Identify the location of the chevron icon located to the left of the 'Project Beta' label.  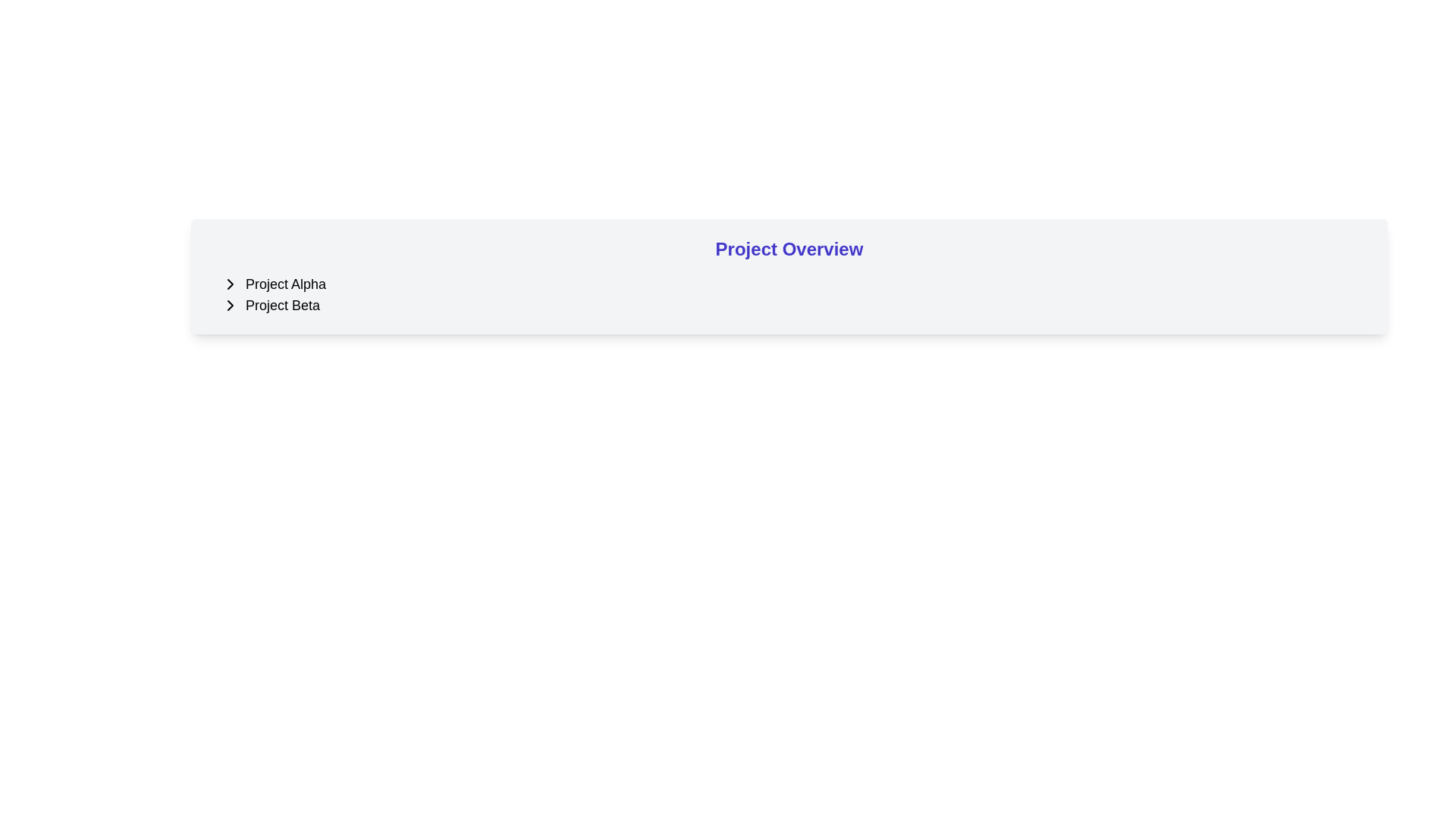
(229, 305).